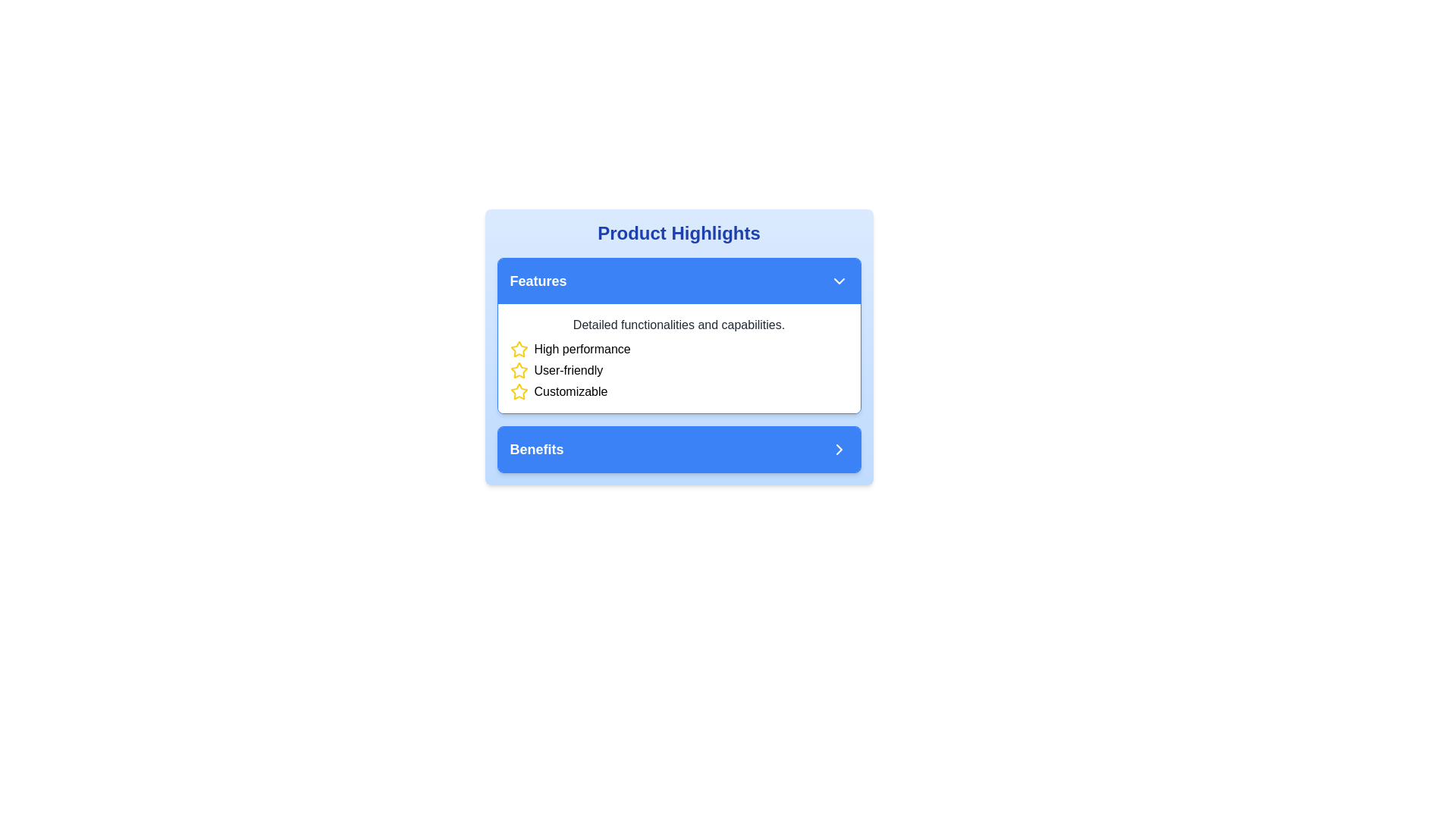 The image size is (1456, 819). I want to click on the downward-pointing chevron icon on the right side of the 'Features' section, so click(838, 281).